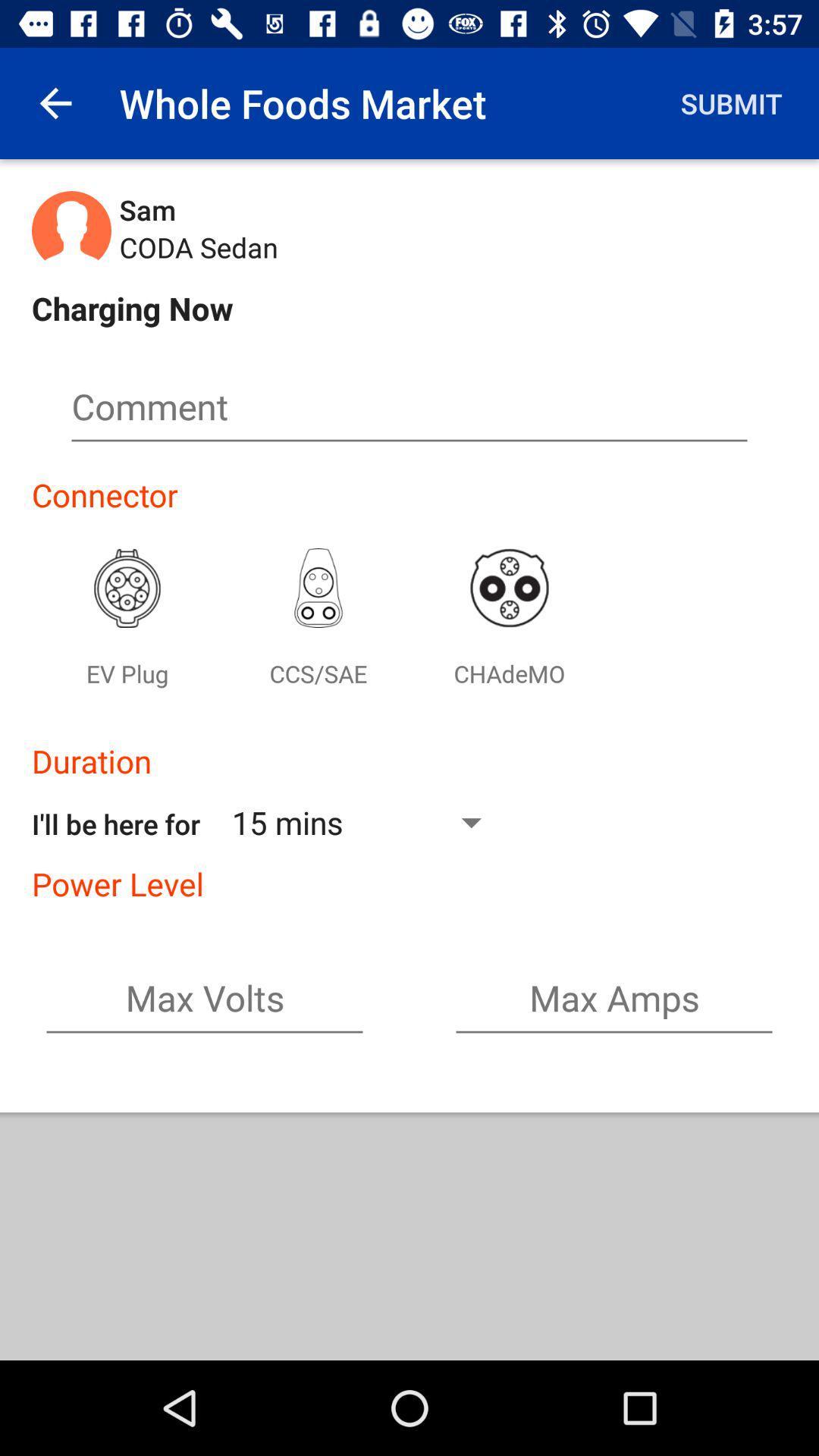 The image size is (819, 1456). Describe the element at coordinates (409, 412) in the screenshot. I see `fill in the comment box` at that location.